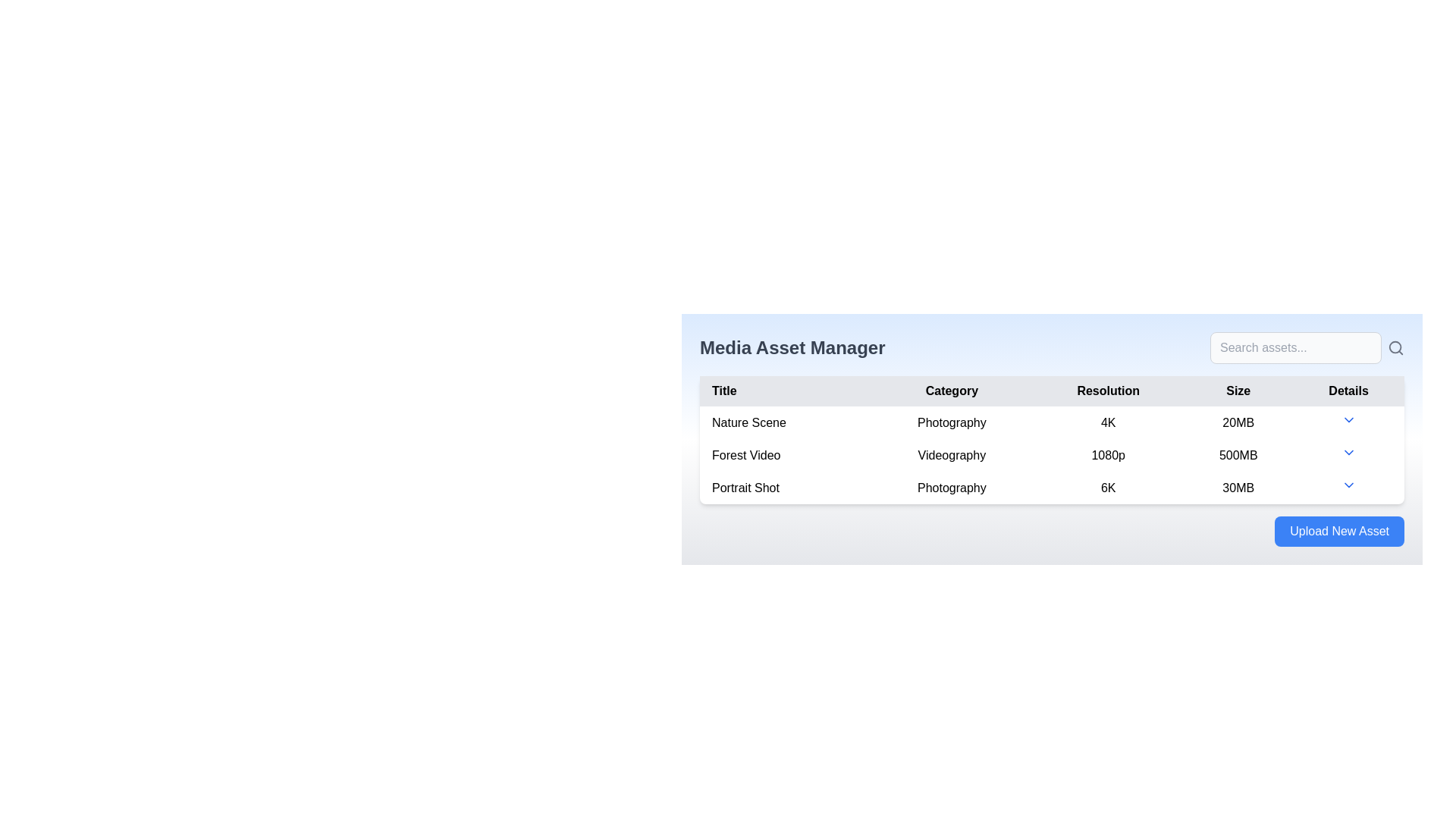 This screenshot has width=1456, height=819. I want to click on the 'Size' header label in the table, which indicates the file size representation and is positioned between the 'Resolution' and 'Details' headers, so click(1238, 391).